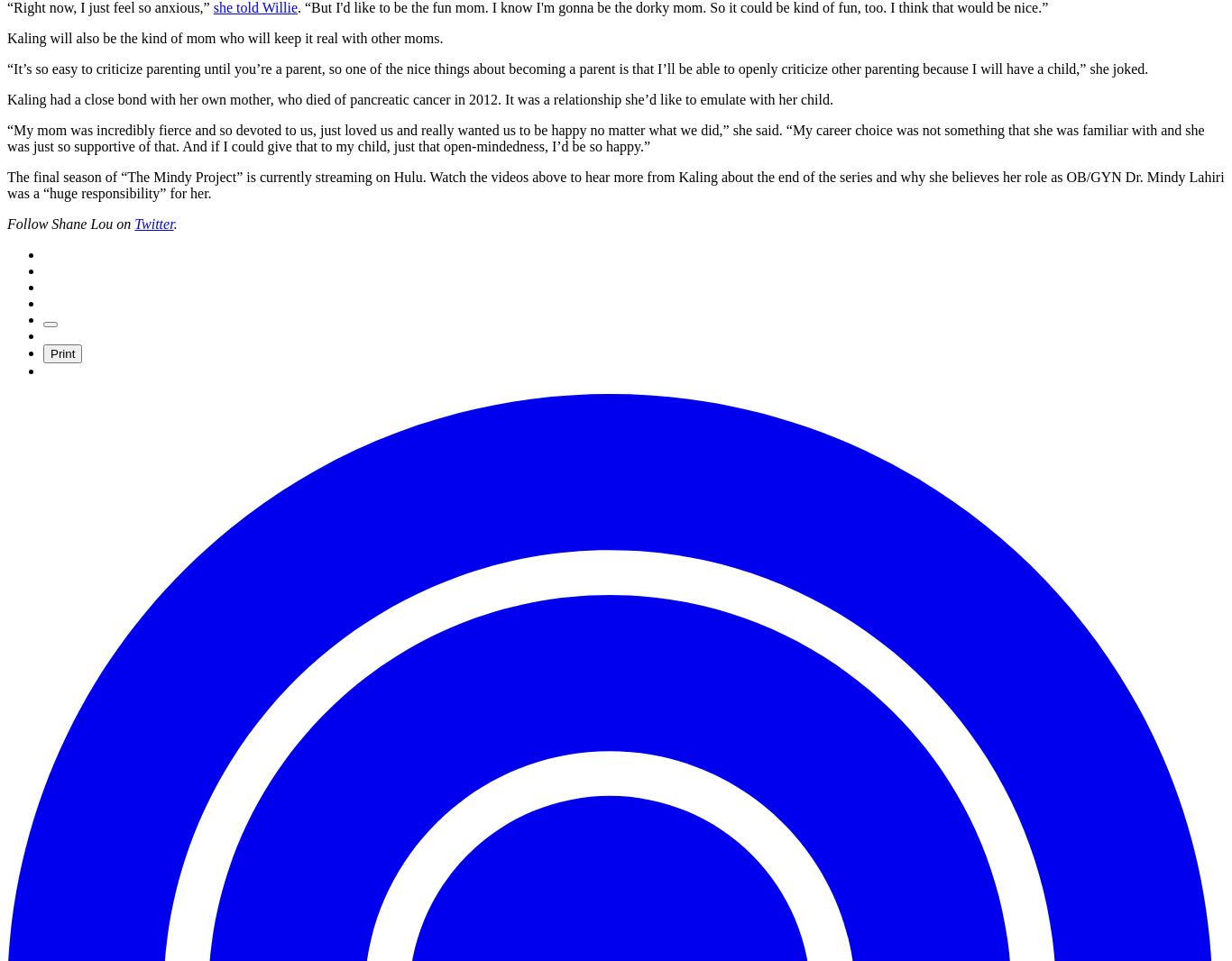  What do you see at coordinates (70, 223) in the screenshot?
I see `'Follow Shane Lou on'` at bounding box center [70, 223].